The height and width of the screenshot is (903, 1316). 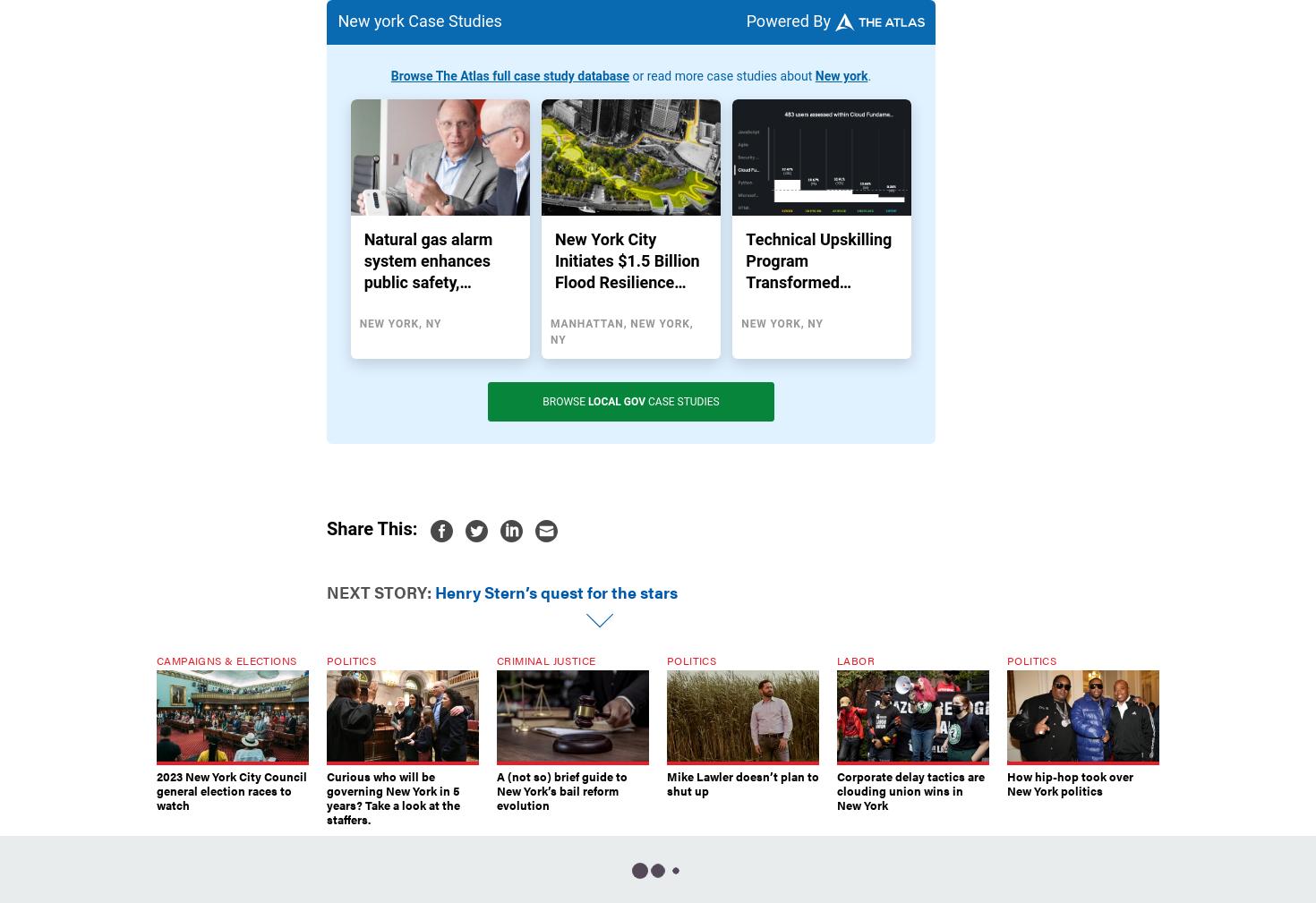 I want to click on 'New york Case Studies', so click(x=418, y=19).